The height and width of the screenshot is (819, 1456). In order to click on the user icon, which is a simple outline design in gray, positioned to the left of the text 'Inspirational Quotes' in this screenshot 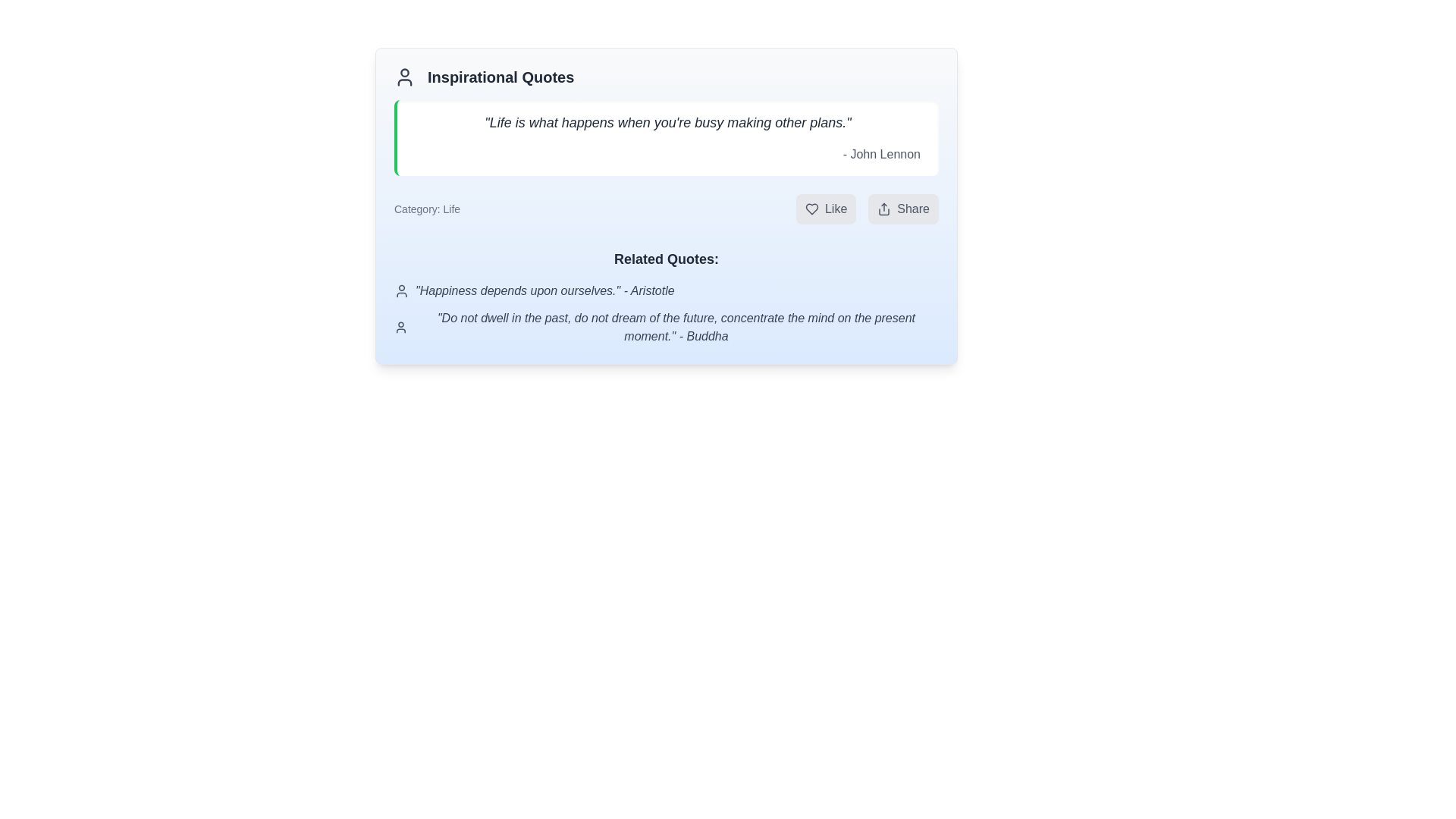, I will do `click(404, 77)`.